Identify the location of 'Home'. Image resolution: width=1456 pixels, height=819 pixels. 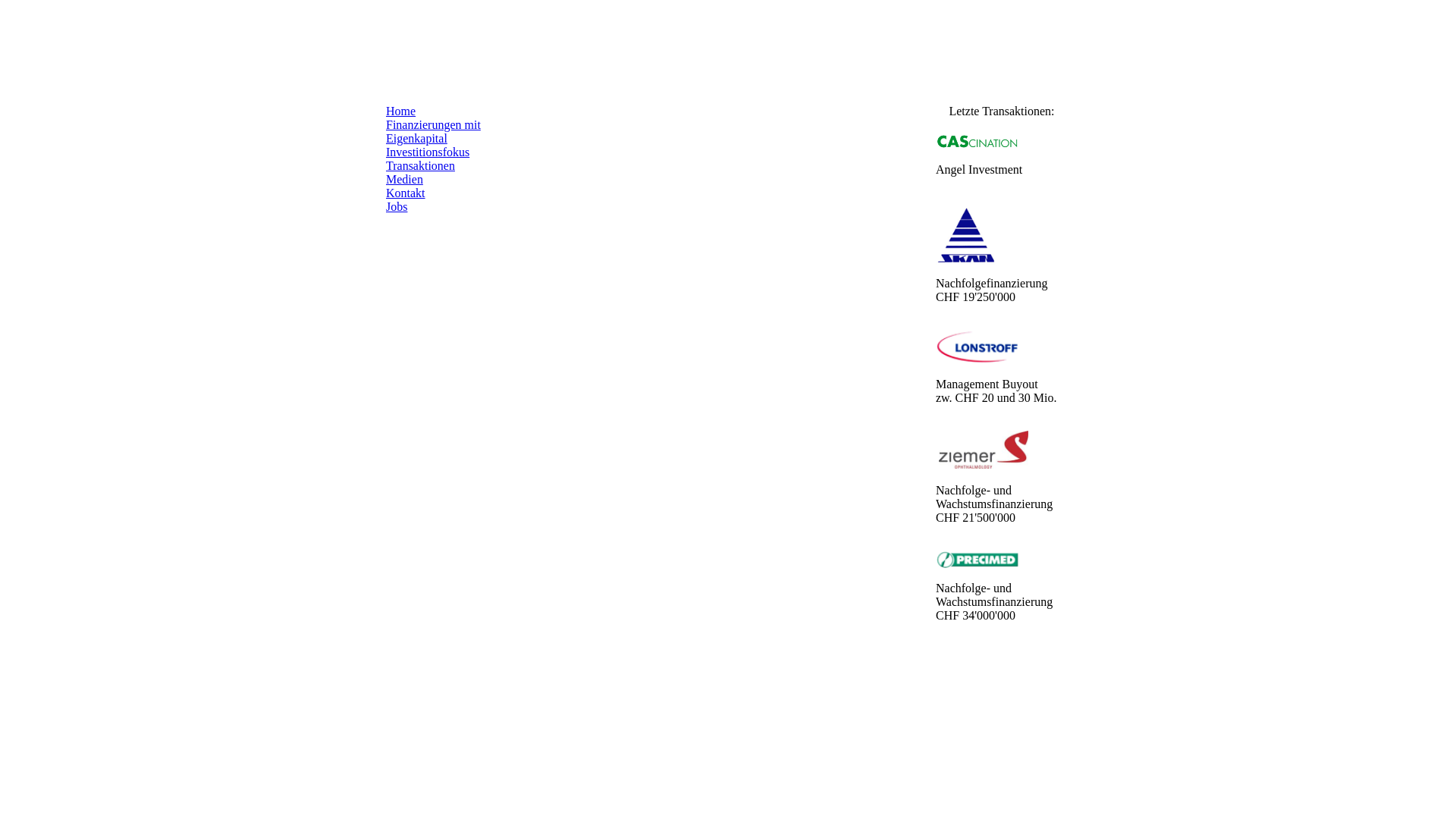
(385, 110).